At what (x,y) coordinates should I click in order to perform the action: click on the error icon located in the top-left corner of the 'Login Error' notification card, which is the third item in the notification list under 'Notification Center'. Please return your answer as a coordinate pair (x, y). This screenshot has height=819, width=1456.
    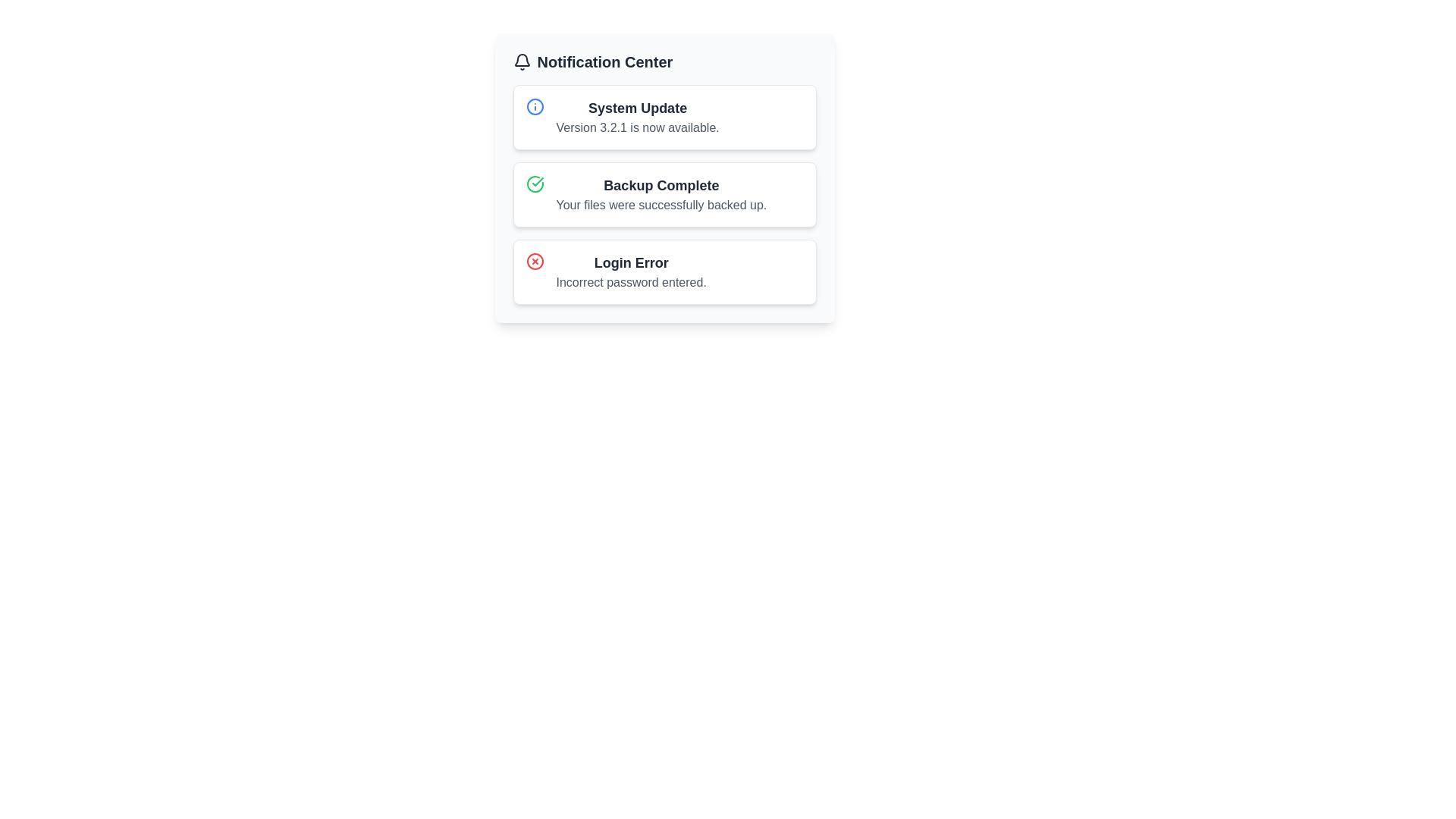
    Looking at the image, I should click on (535, 271).